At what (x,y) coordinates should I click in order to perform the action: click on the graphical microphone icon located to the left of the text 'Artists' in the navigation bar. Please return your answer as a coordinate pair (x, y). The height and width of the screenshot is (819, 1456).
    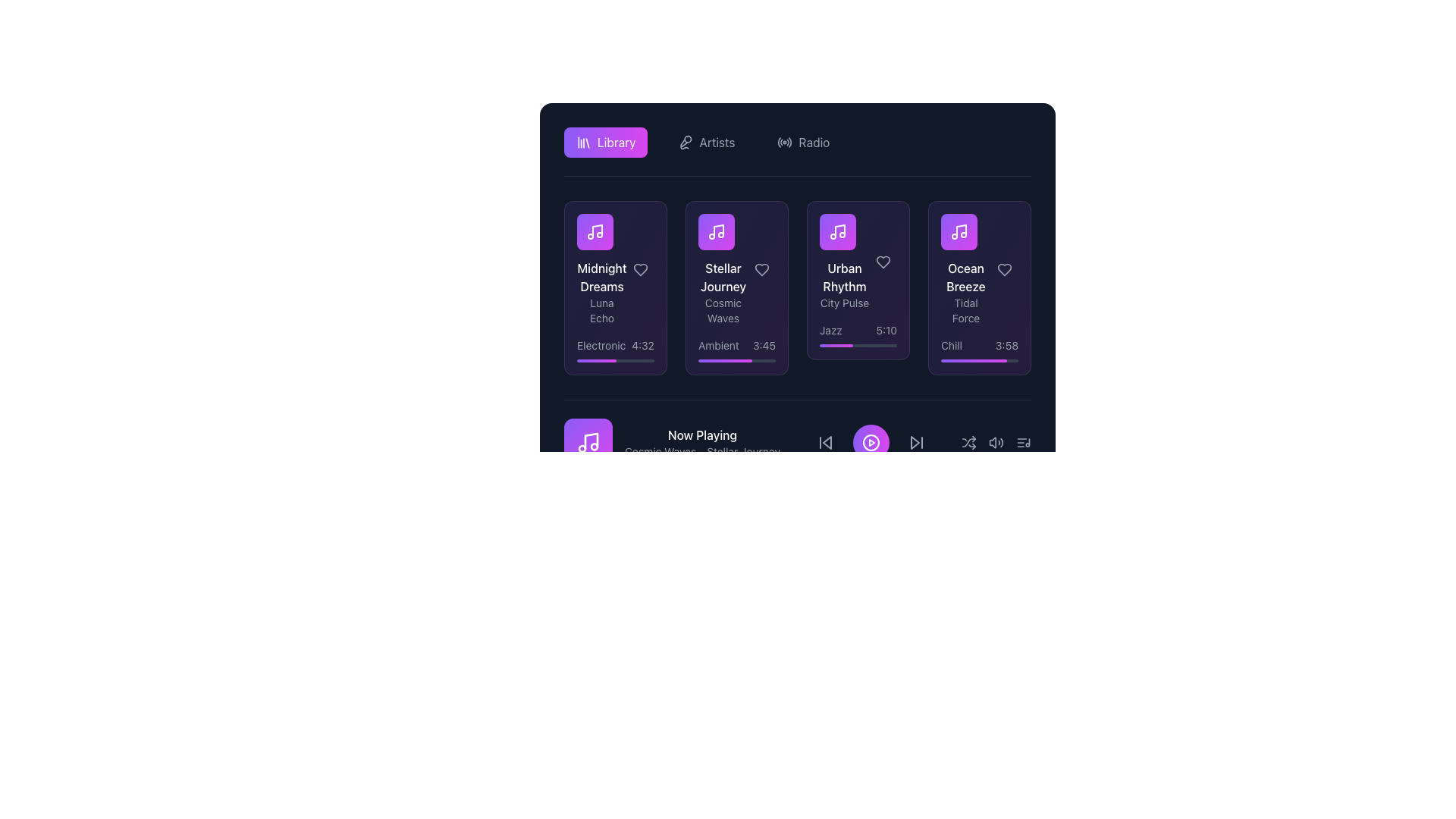
    Looking at the image, I should click on (685, 143).